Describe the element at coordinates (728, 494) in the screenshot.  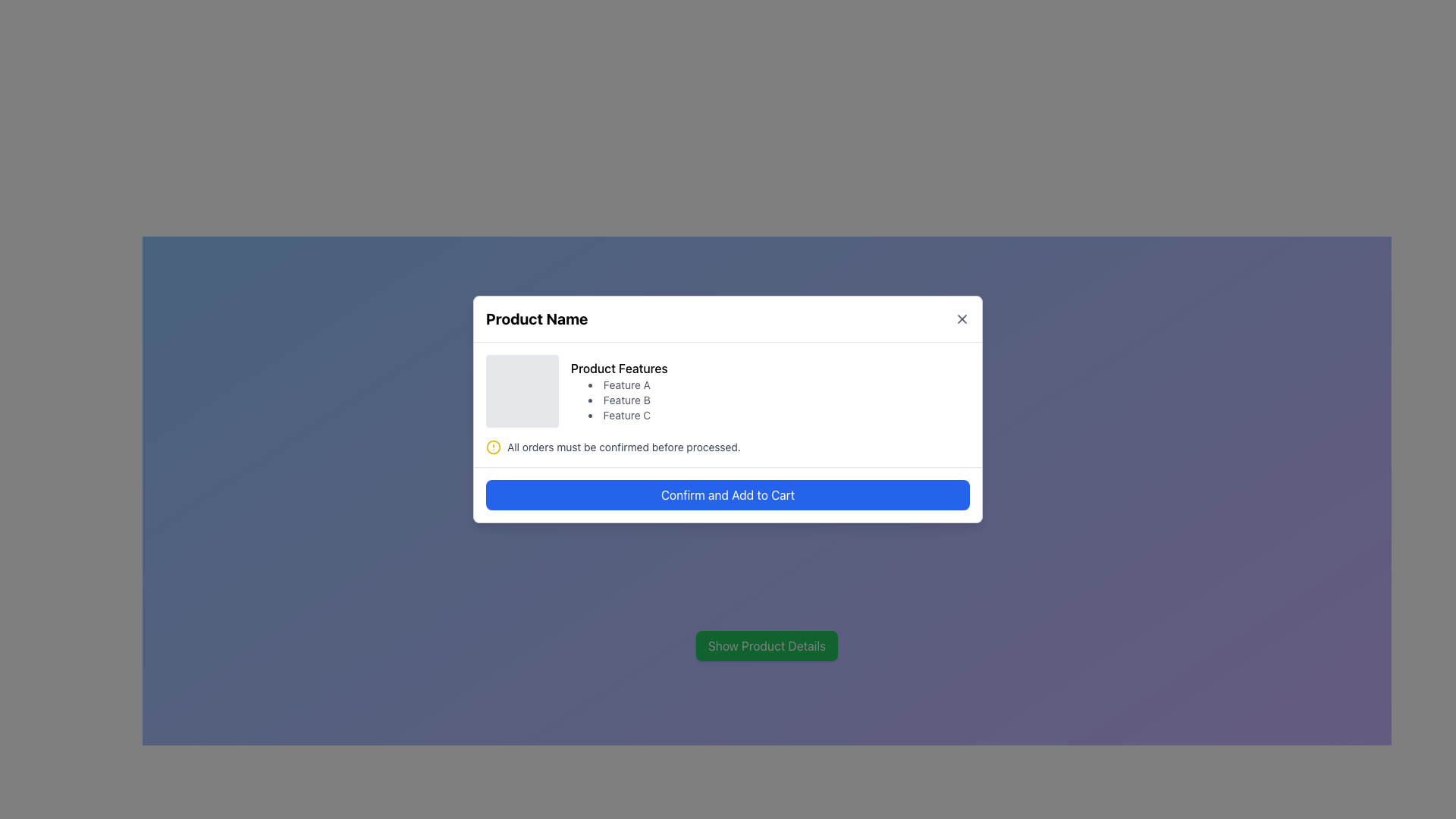
I see `the confirmation button located at the bottom of the dialog box to confirm and add the item to the shopping cart` at that location.